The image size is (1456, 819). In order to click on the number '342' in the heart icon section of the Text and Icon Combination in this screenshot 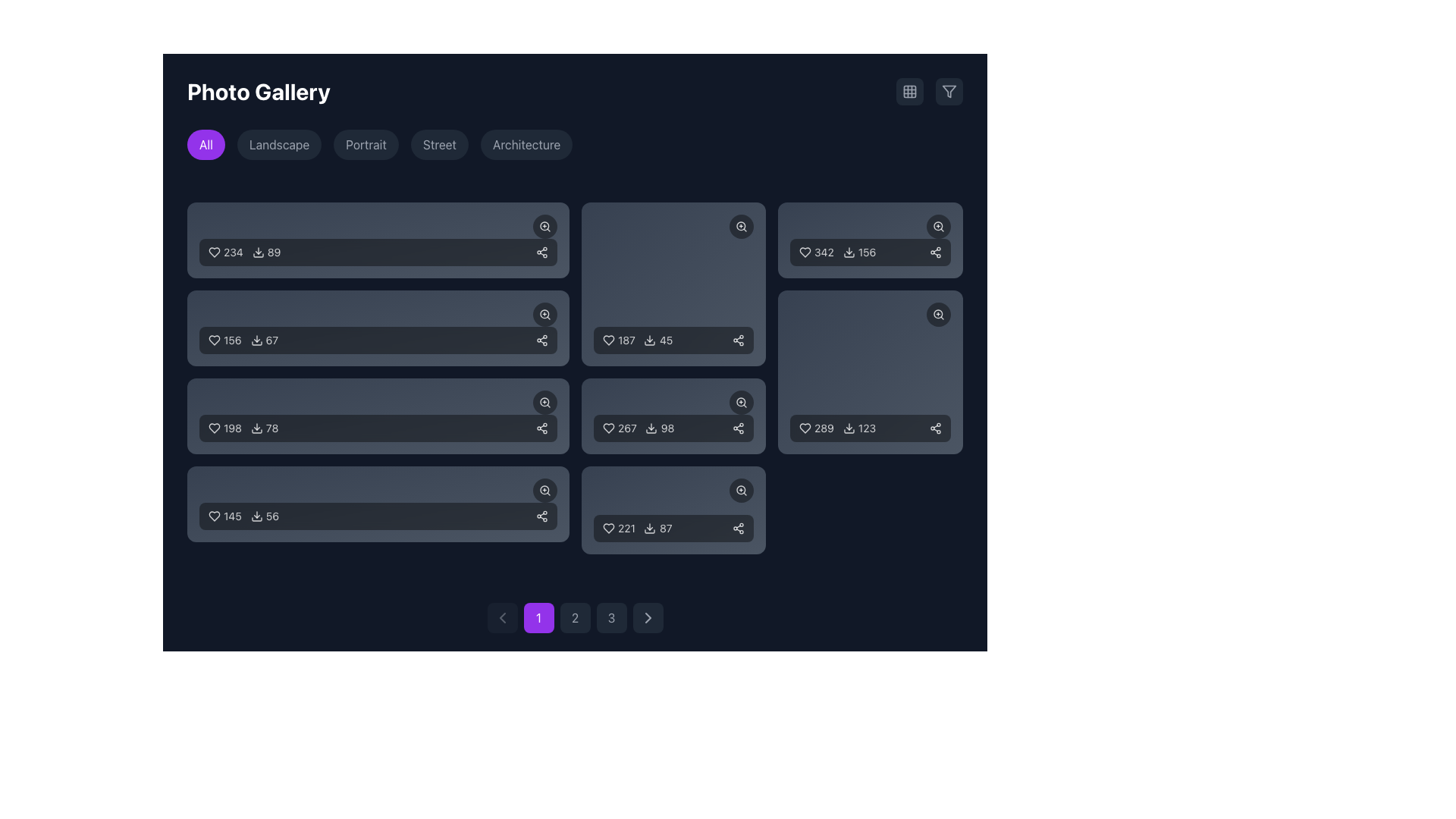, I will do `click(836, 251)`.